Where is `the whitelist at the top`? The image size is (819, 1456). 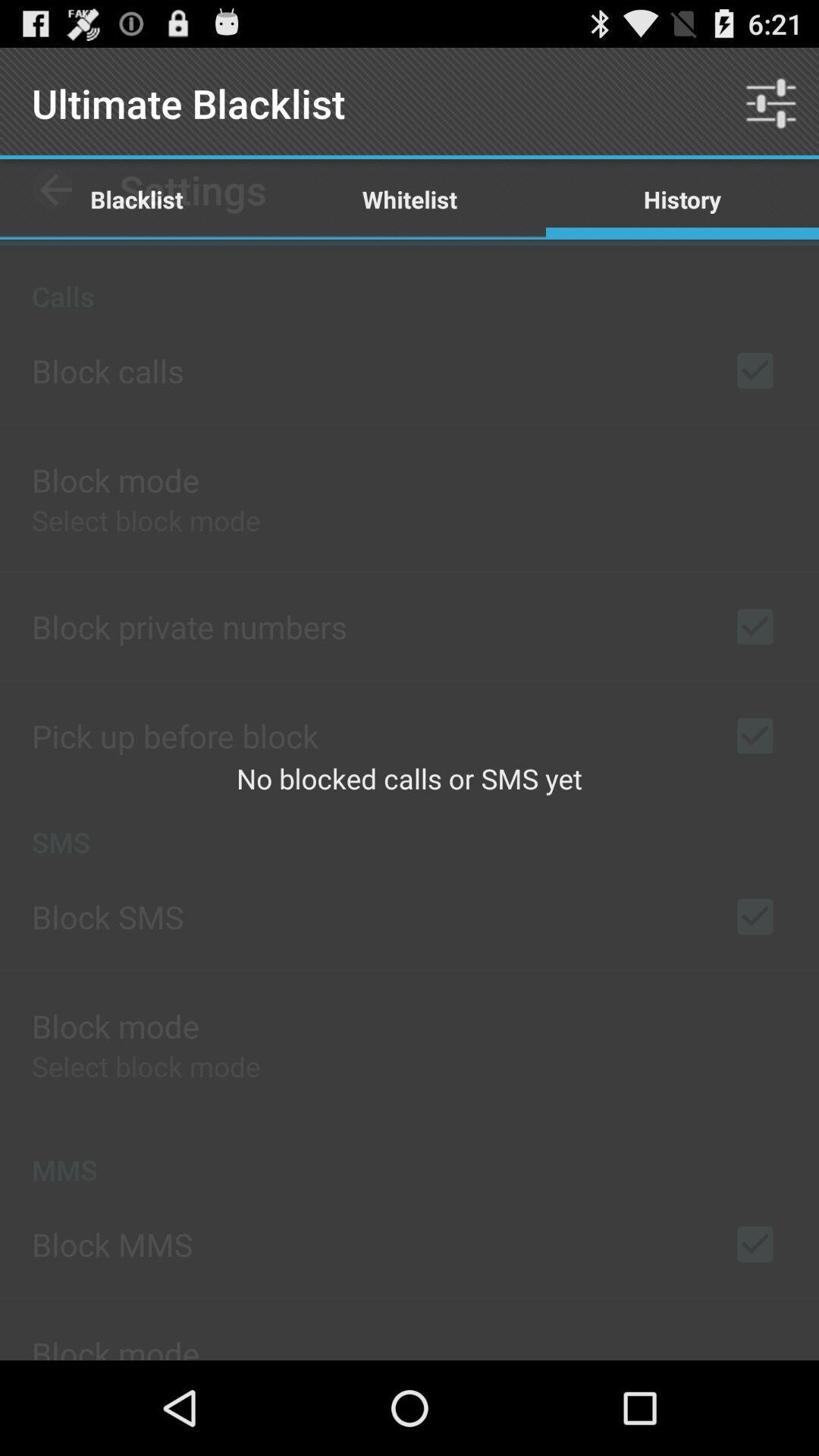
the whitelist at the top is located at coordinates (409, 198).